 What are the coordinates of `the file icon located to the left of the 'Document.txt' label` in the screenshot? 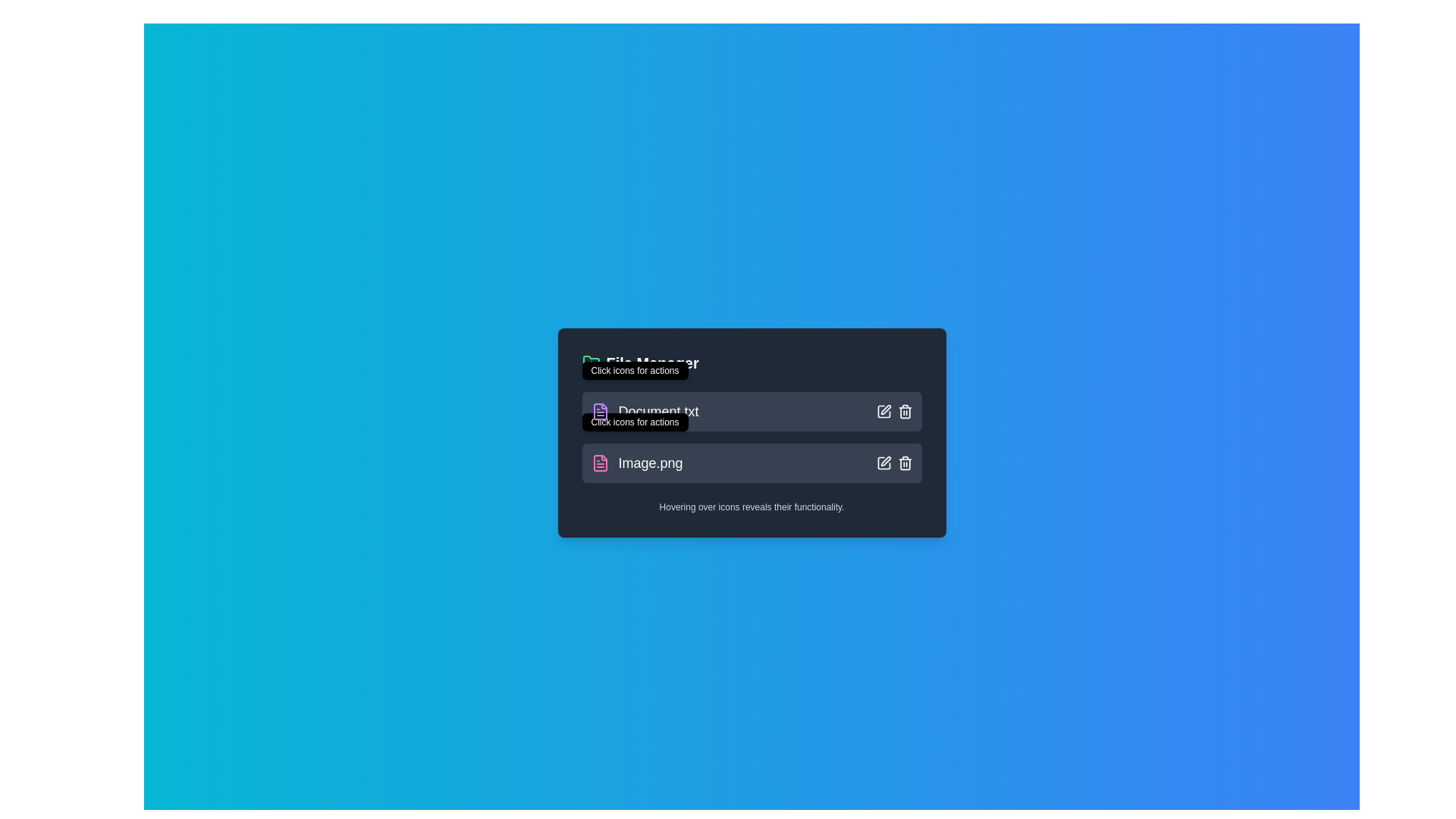 It's located at (599, 412).